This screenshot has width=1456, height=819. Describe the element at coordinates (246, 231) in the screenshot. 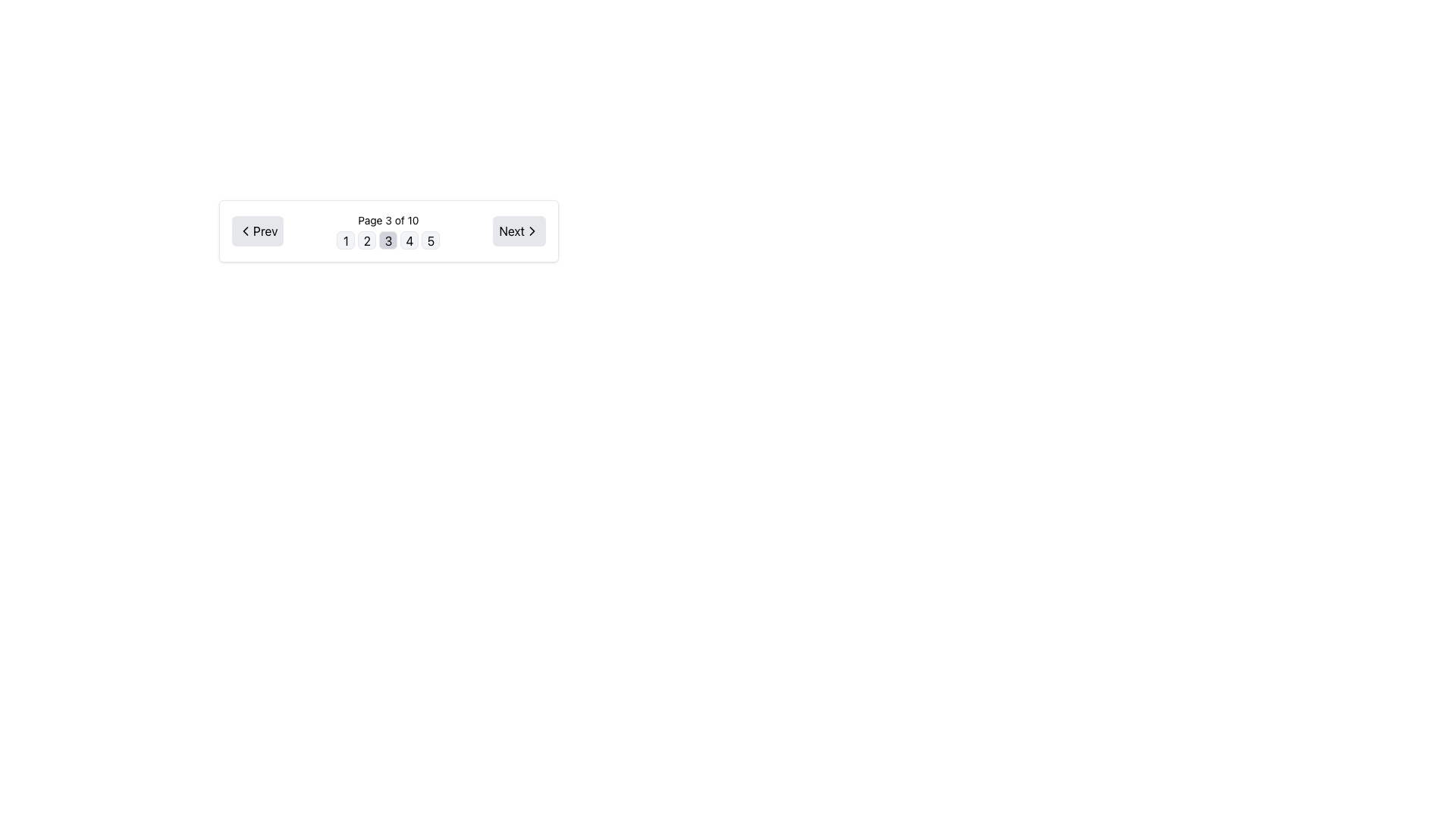

I see `the backward navigation icon located in the left section of the 'Prev' button, which is part of the pagination control` at that location.